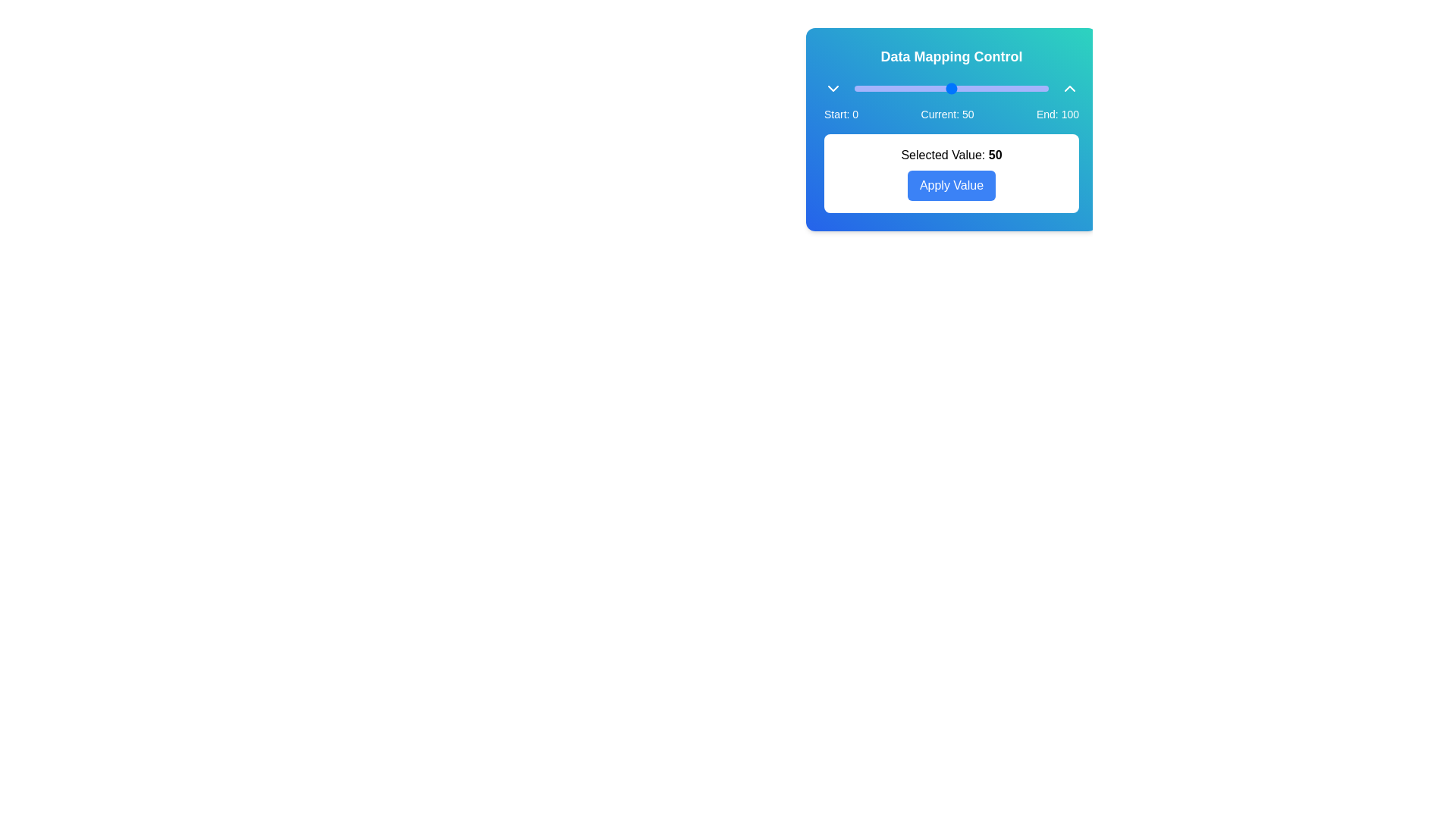 The width and height of the screenshot is (1456, 819). Describe the element at coordinates (931, 85) in the screenshot. I see `slider value` at that location.